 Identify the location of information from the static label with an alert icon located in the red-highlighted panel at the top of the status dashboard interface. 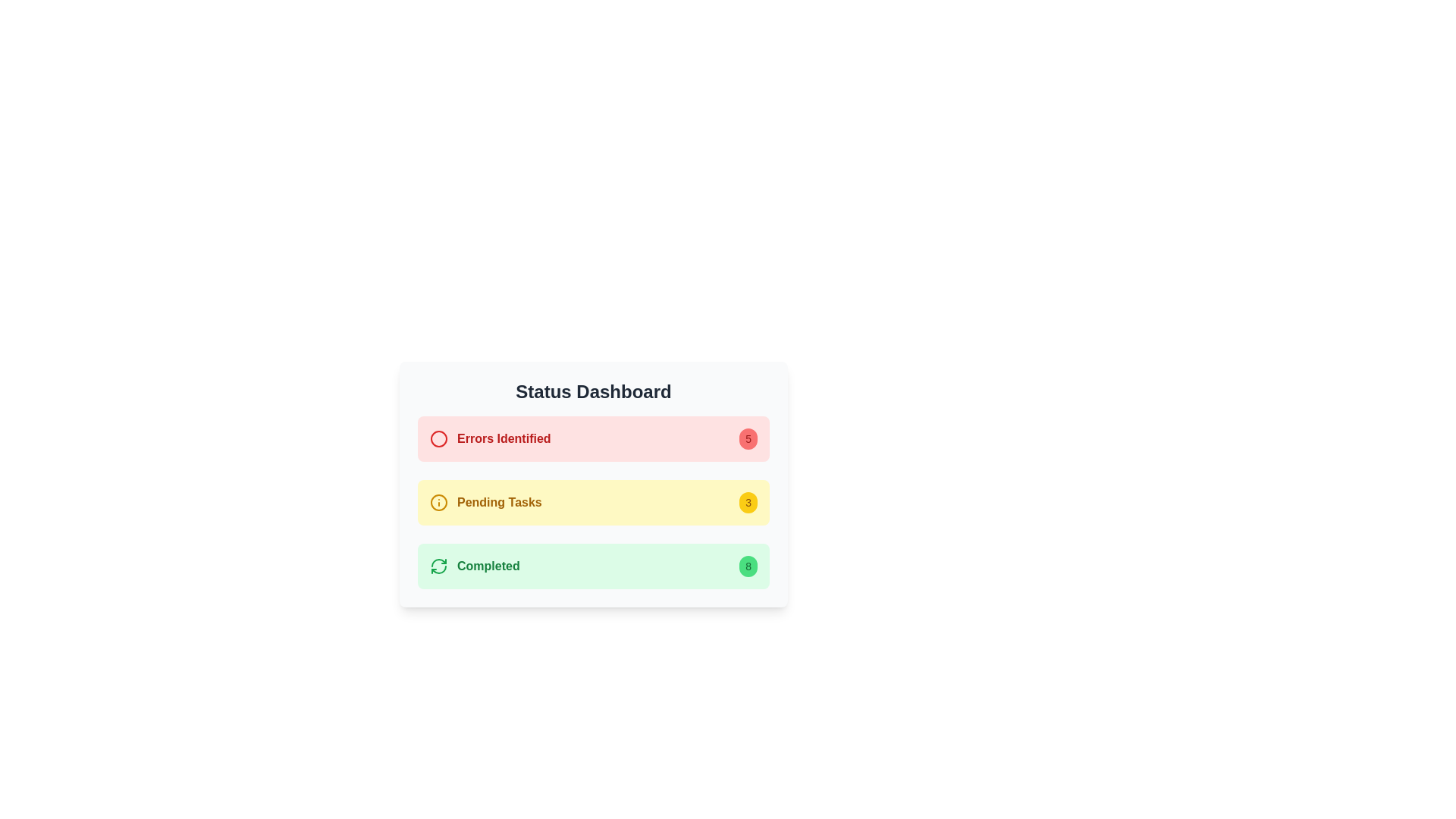
(490, 438).